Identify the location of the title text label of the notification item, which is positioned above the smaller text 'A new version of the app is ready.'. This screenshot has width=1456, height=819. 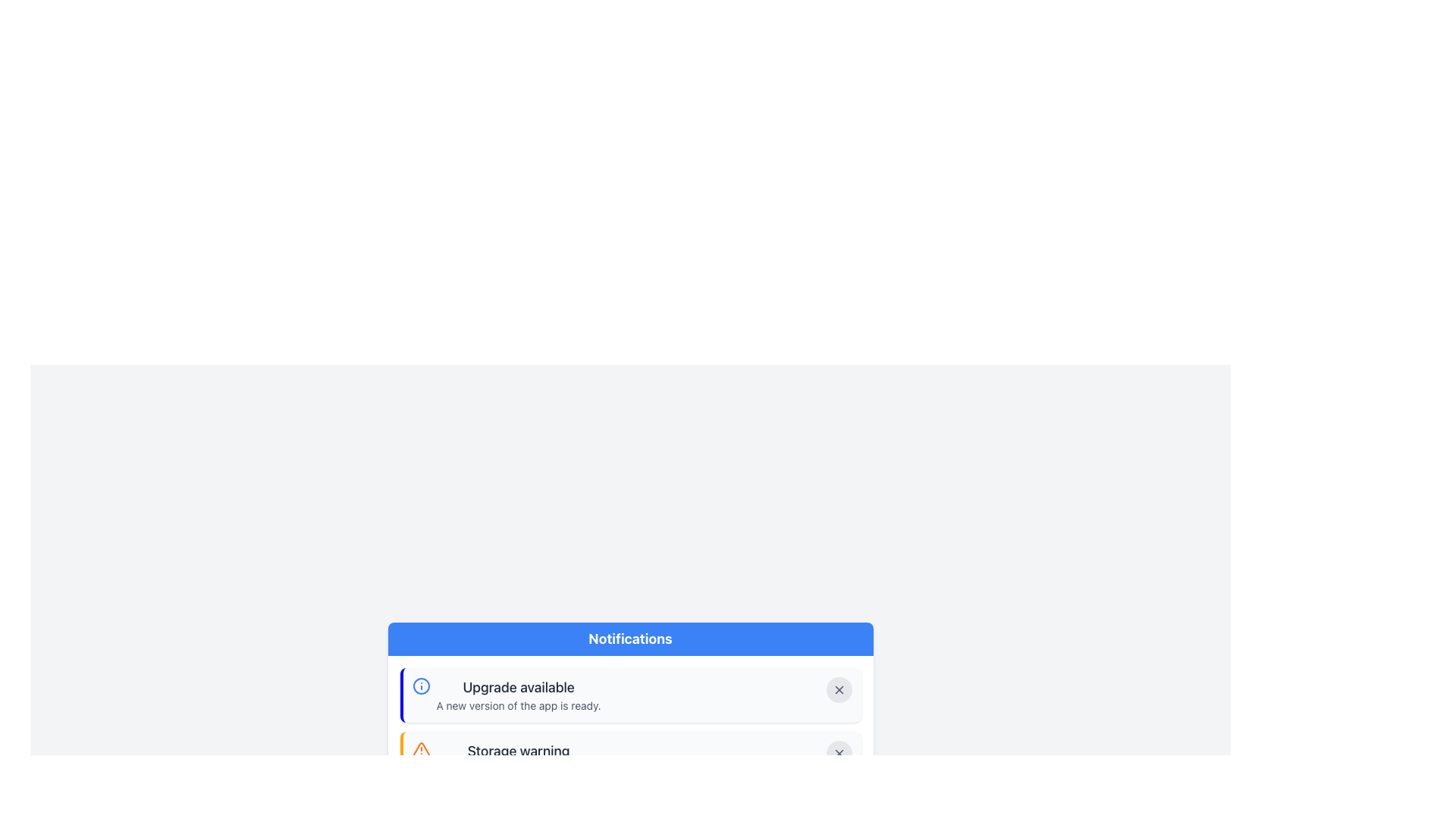
(519, 687).